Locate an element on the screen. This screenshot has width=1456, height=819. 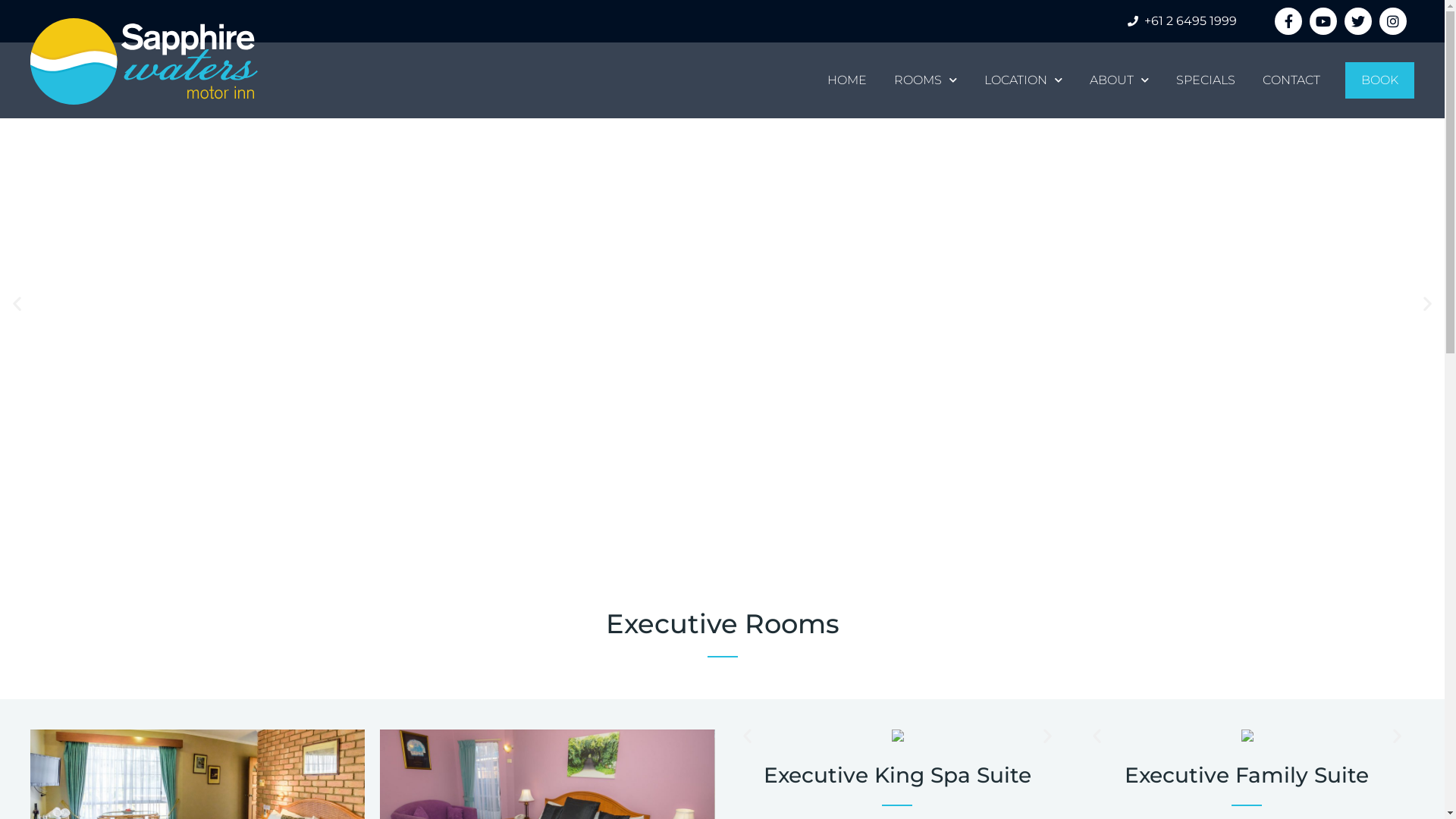
'ROOMS' is located at coordinates (924, 80).